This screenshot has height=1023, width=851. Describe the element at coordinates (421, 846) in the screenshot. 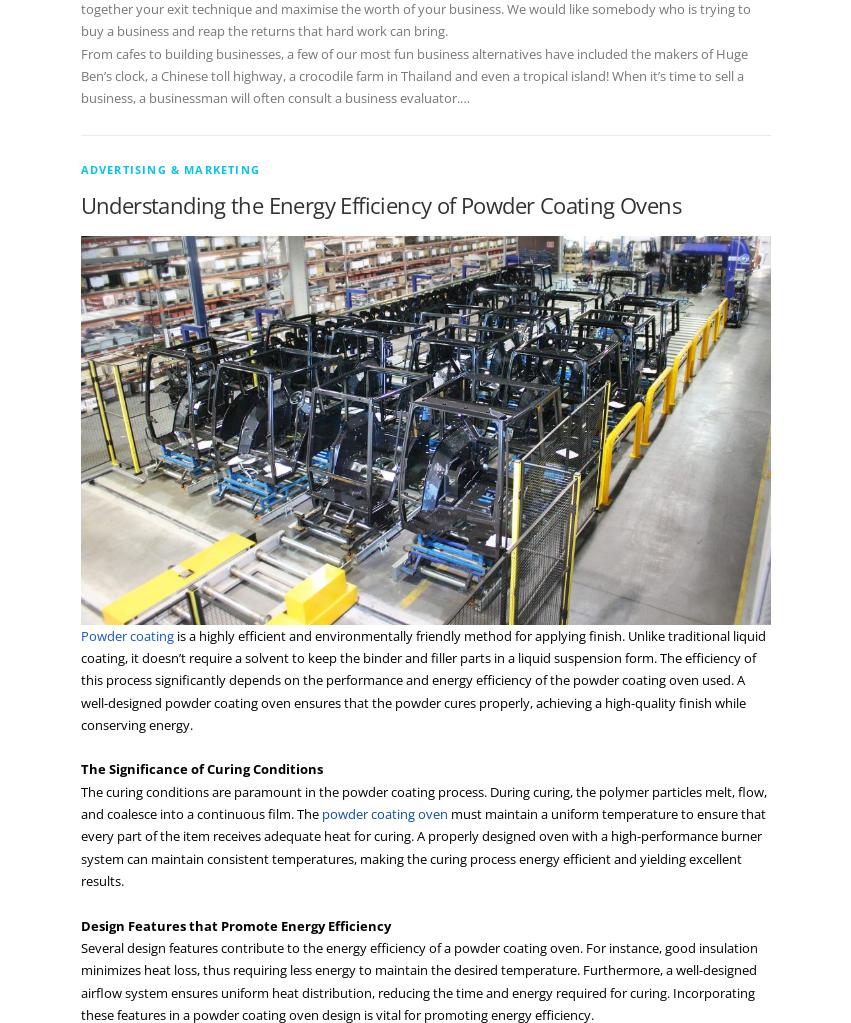

I see `'must maintain a uniform temperature to ensure that every part of the item receives adequate heat for curing. A properly designed oven with a high-performance burner system can maintain consistent temperatures, making the curing process energy efficient and yielding excellent results.'` at that location.